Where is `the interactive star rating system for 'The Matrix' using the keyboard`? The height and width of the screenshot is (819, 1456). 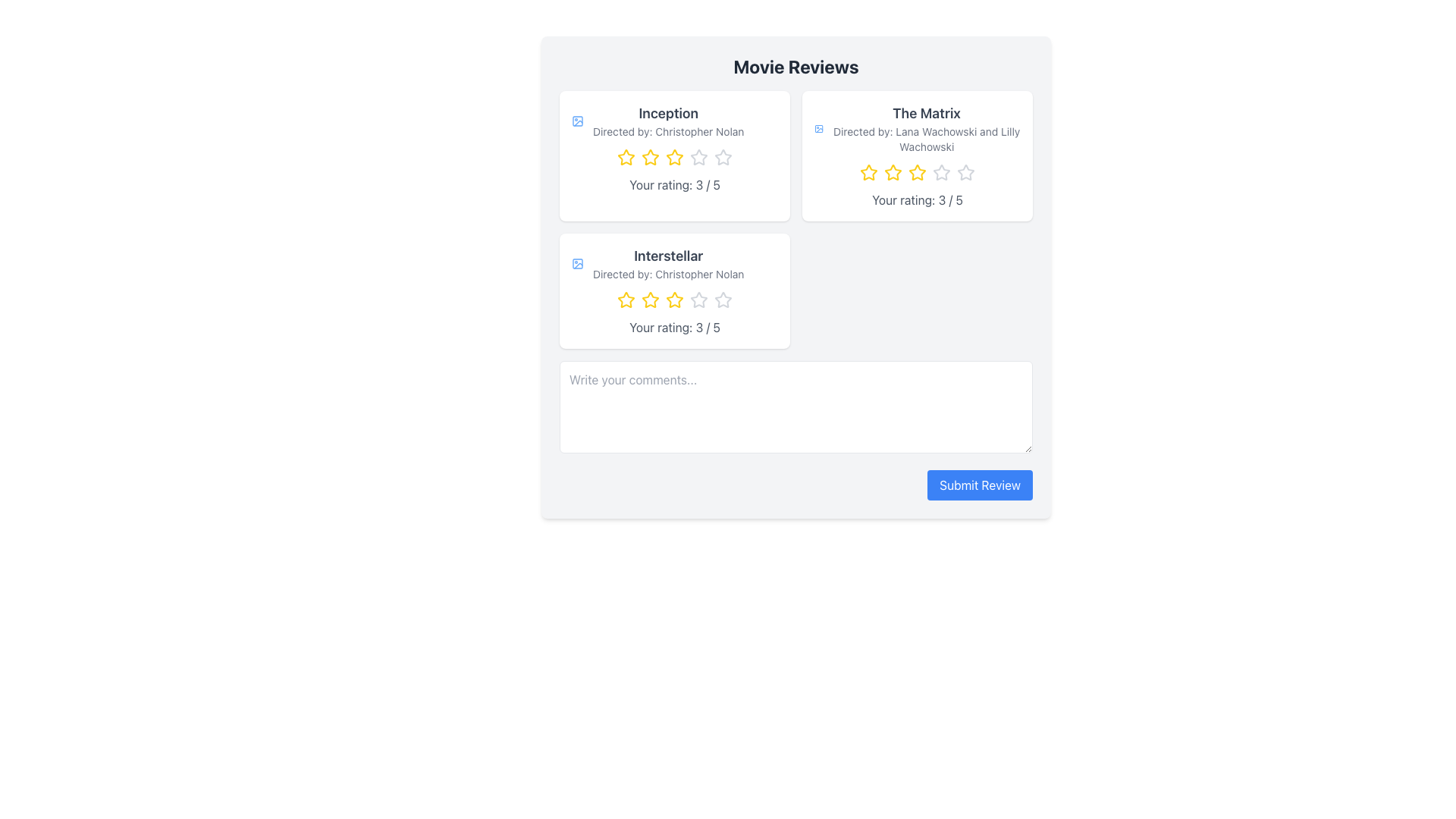 the interactive star rating system for 'The Matrix' using the keyboard is located at coordinates (916, 171).